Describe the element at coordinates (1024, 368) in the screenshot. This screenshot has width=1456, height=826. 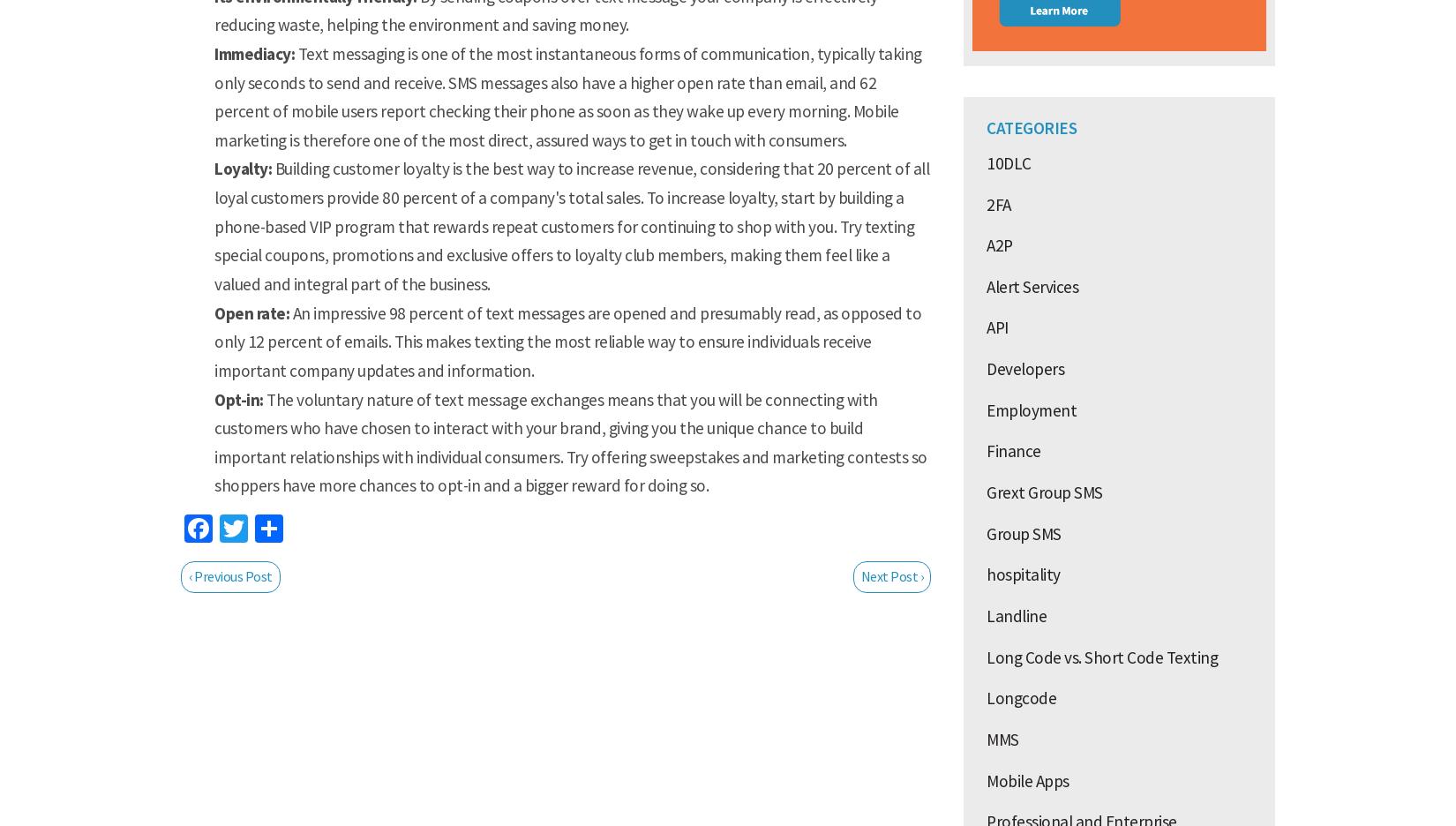
I see `'Developers'` at that location.